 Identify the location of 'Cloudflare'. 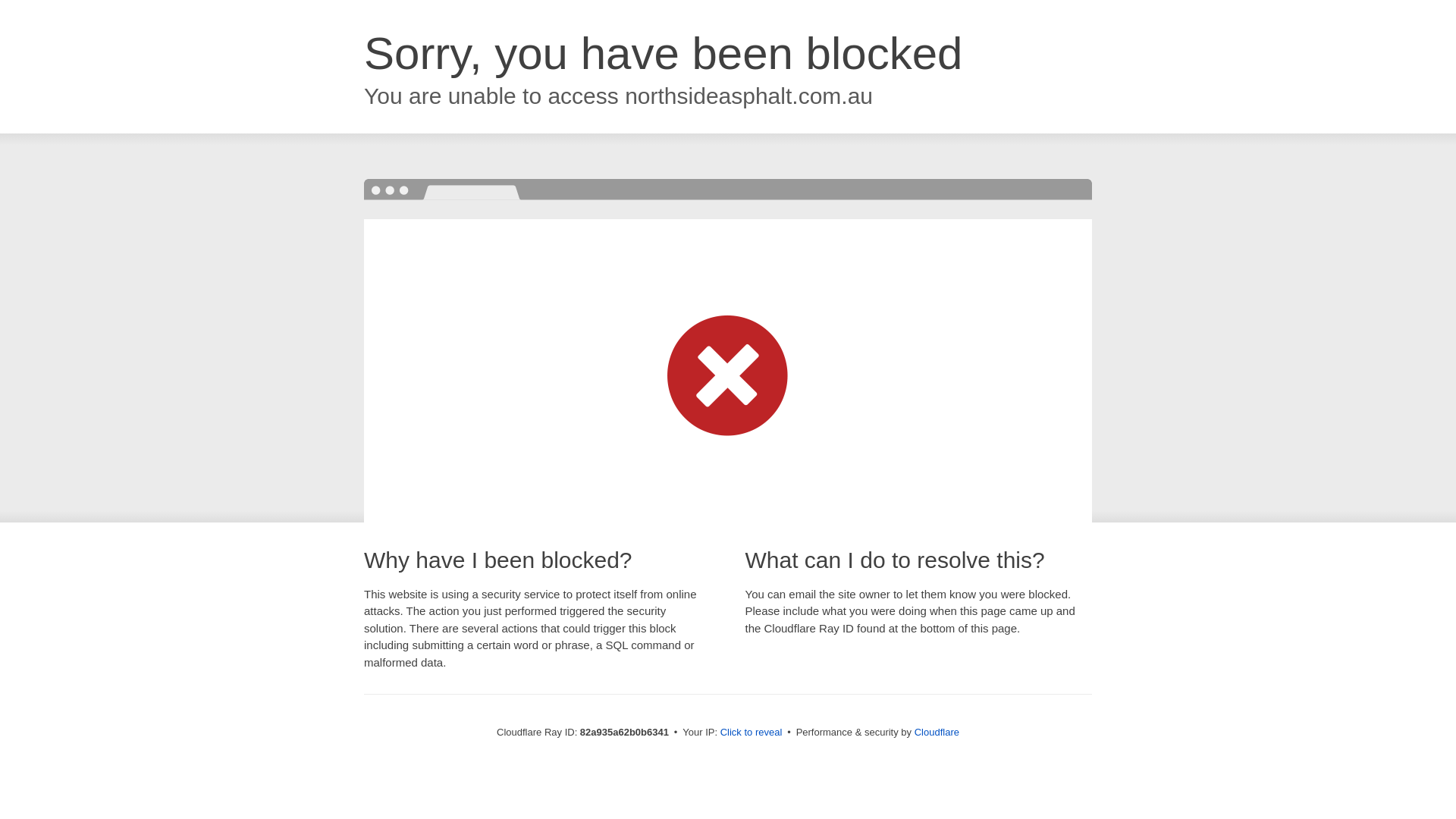
(936, 731).